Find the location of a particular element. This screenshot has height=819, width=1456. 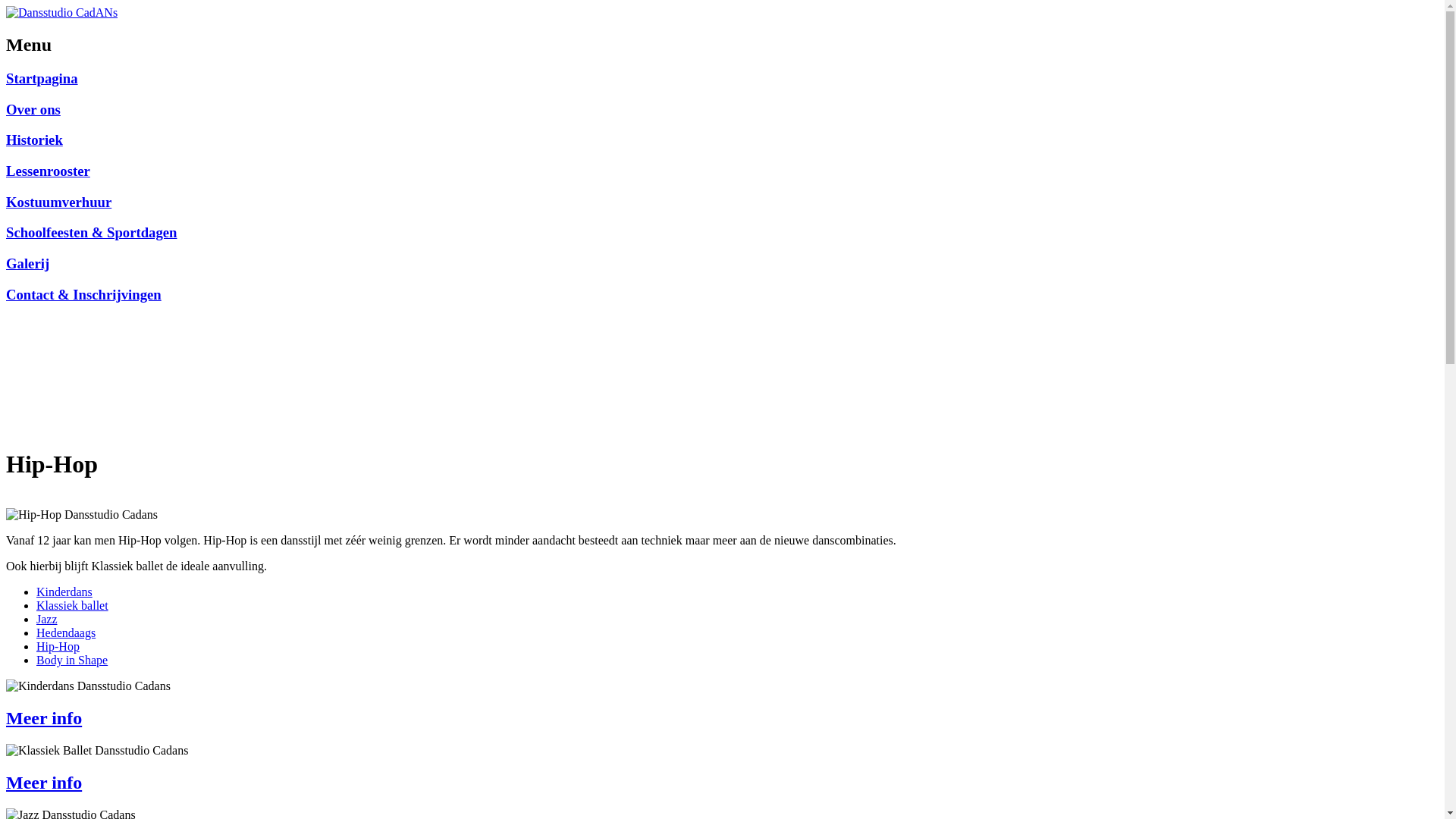

'Galerij' is located at coordinates (27, 262).